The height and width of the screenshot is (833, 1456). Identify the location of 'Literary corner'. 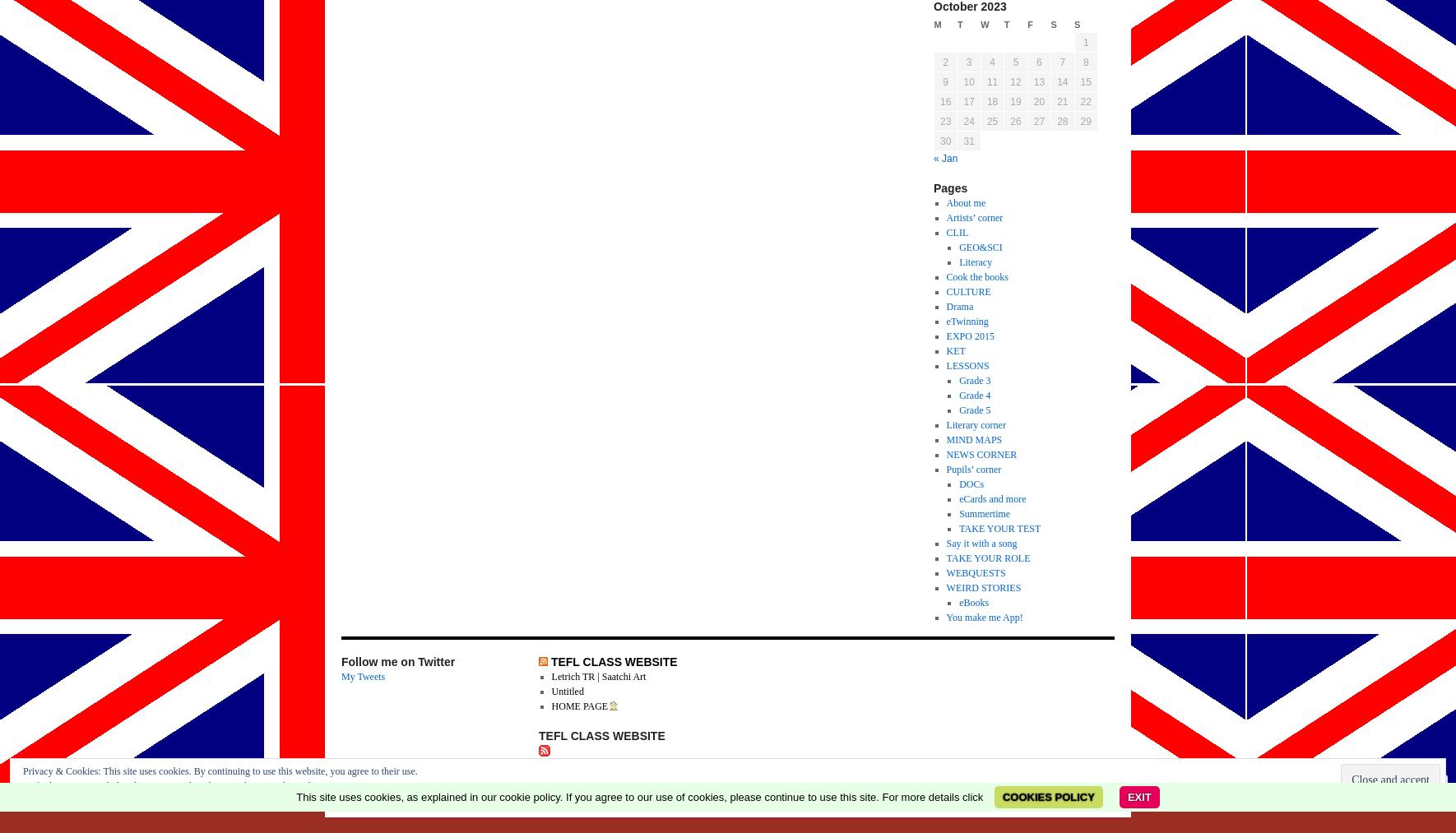
(945, 425).